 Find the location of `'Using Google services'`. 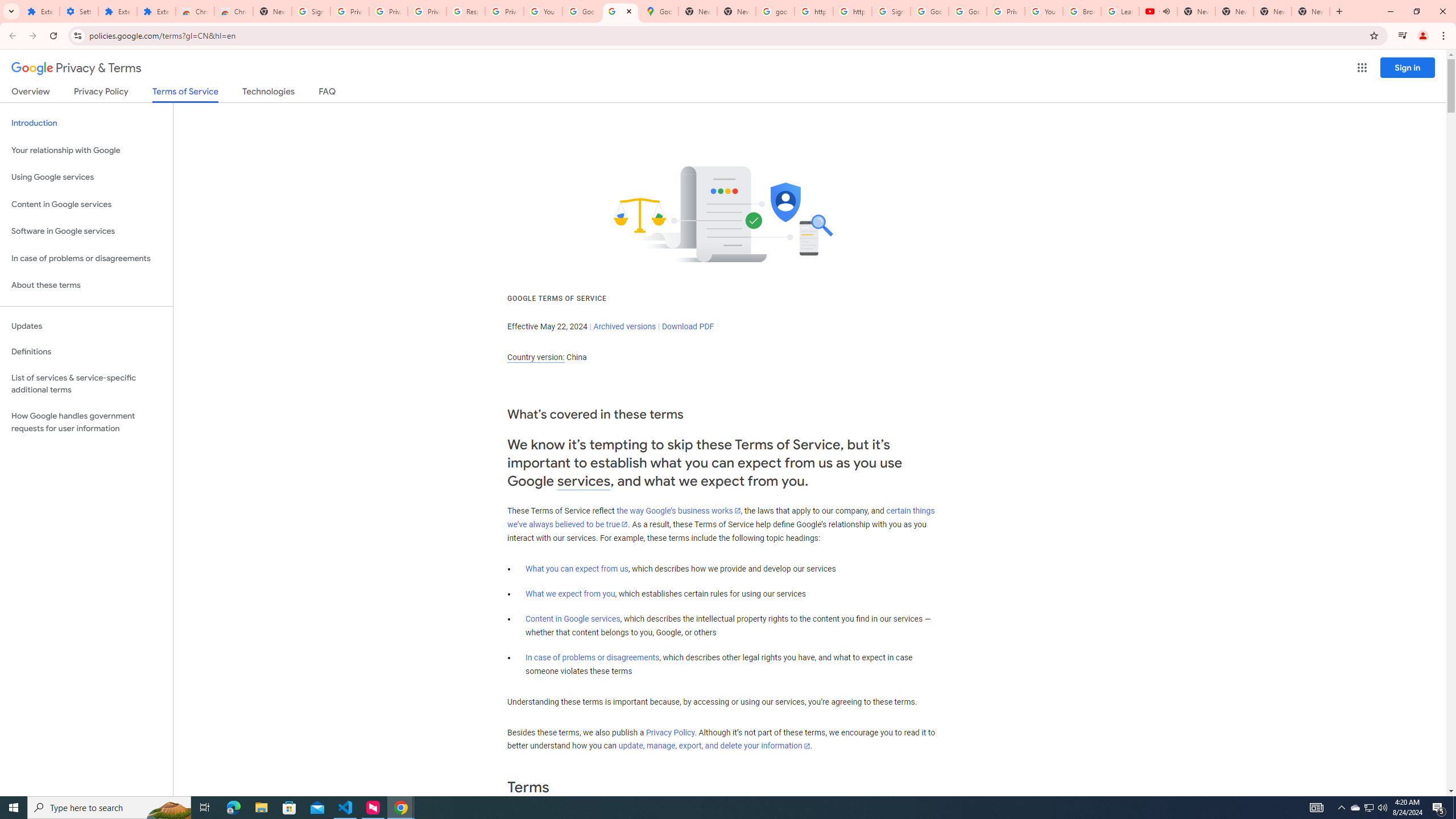

'Using Google services' is located at coordinates (86, 176).